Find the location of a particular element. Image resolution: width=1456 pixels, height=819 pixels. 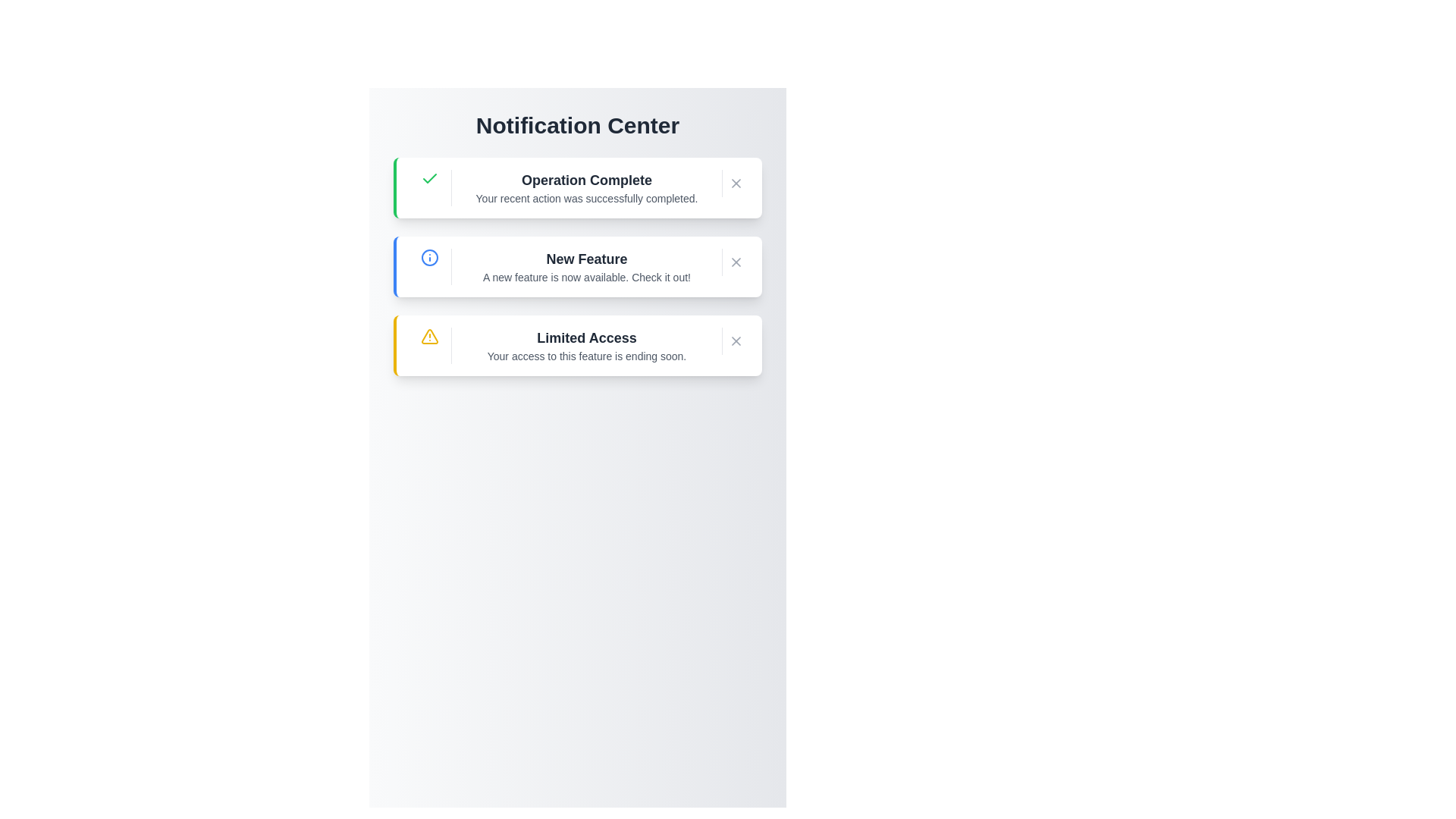

text of the first notification box in the Notification Center, located directly below the header 'Notification Center' and above the notifications labeled 'New Feature' and 'Limited Access.' is located at coordinates (577, 187).